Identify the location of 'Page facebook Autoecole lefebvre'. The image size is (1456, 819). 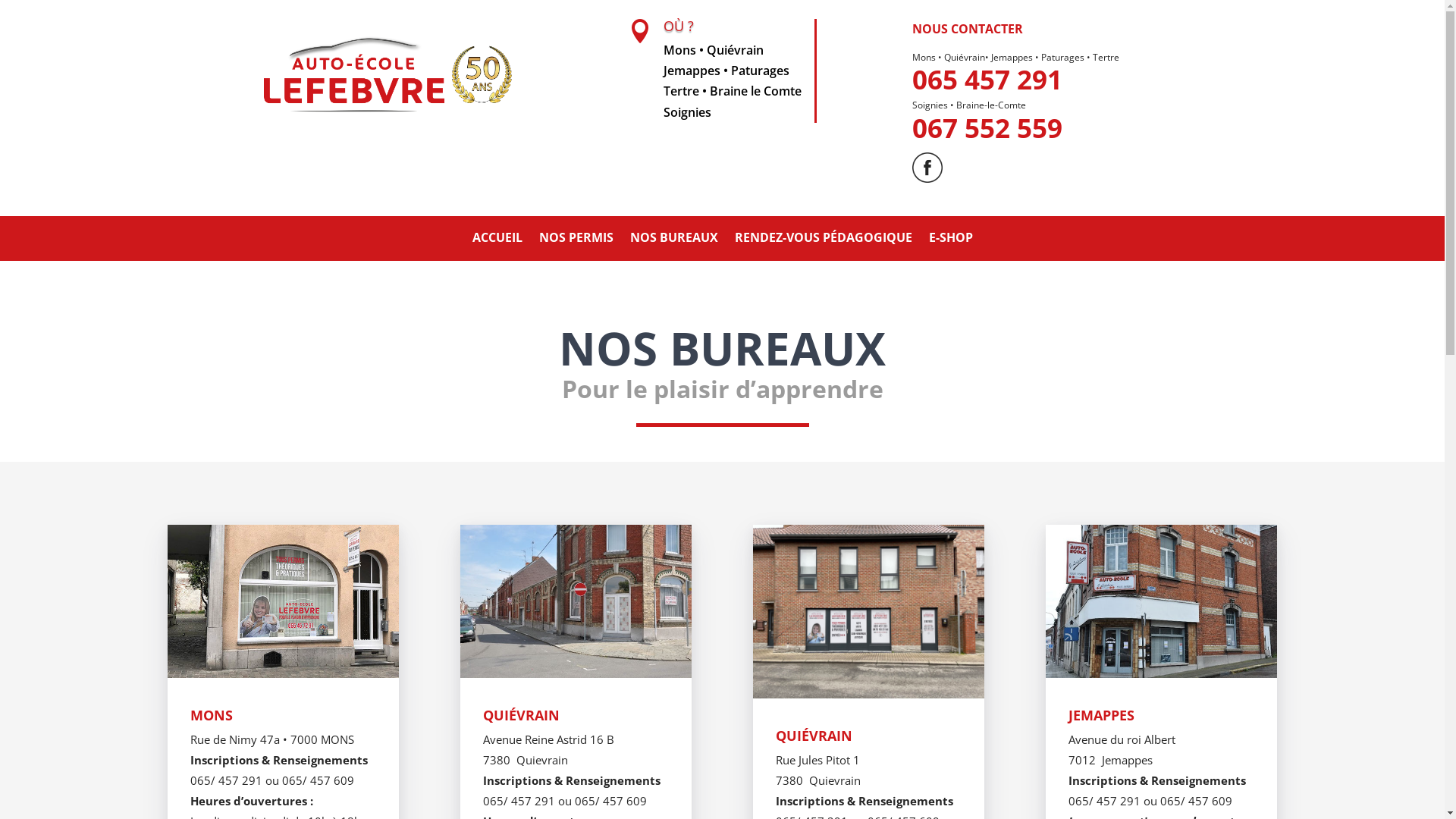
(927, 167).